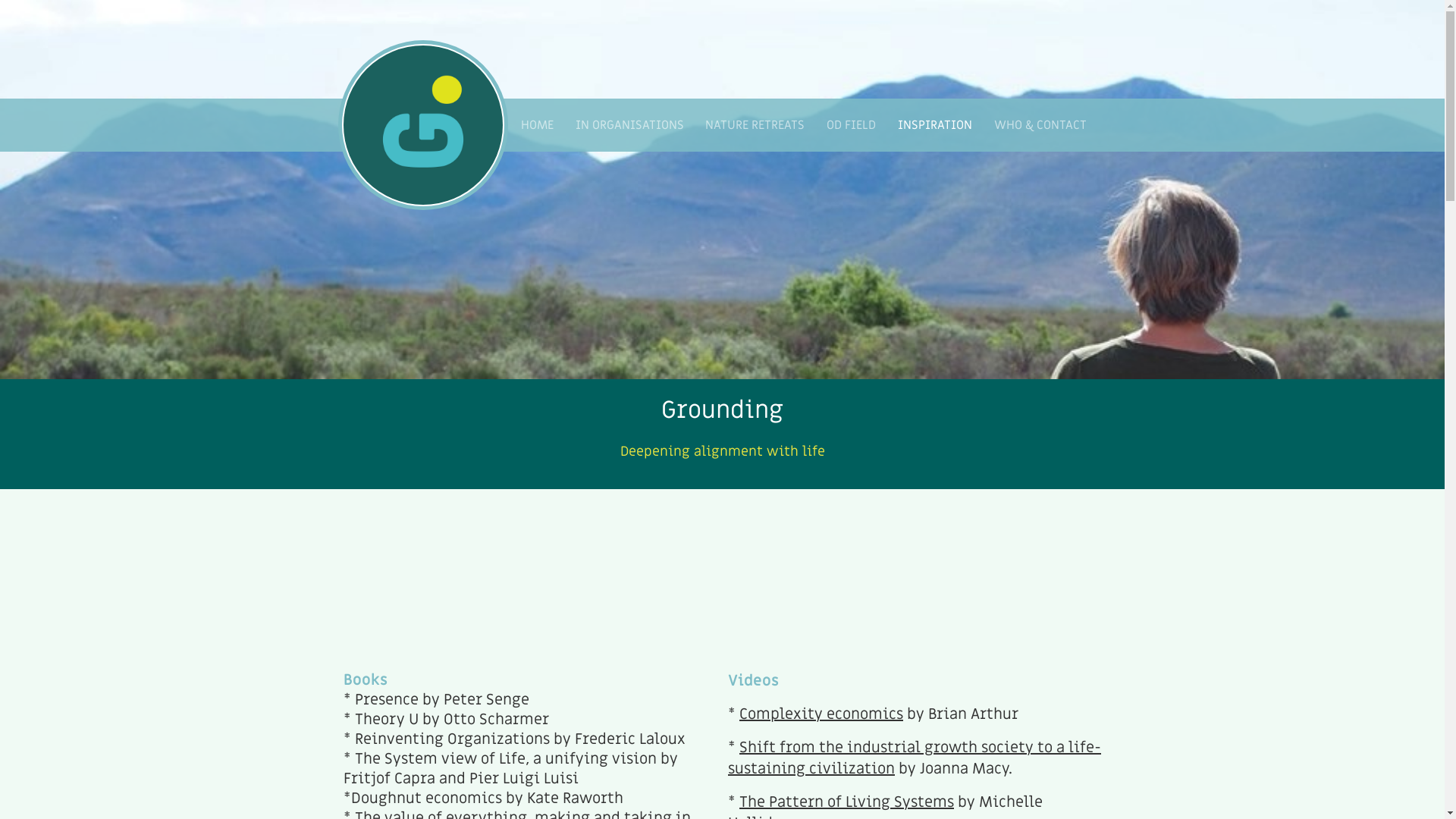 The height and width of the screenshot is (819, 1456). What do you see at coordinates (852, 124) in the screenshot?
I see `'OD FIELD'` at bounding box center [852, 124].